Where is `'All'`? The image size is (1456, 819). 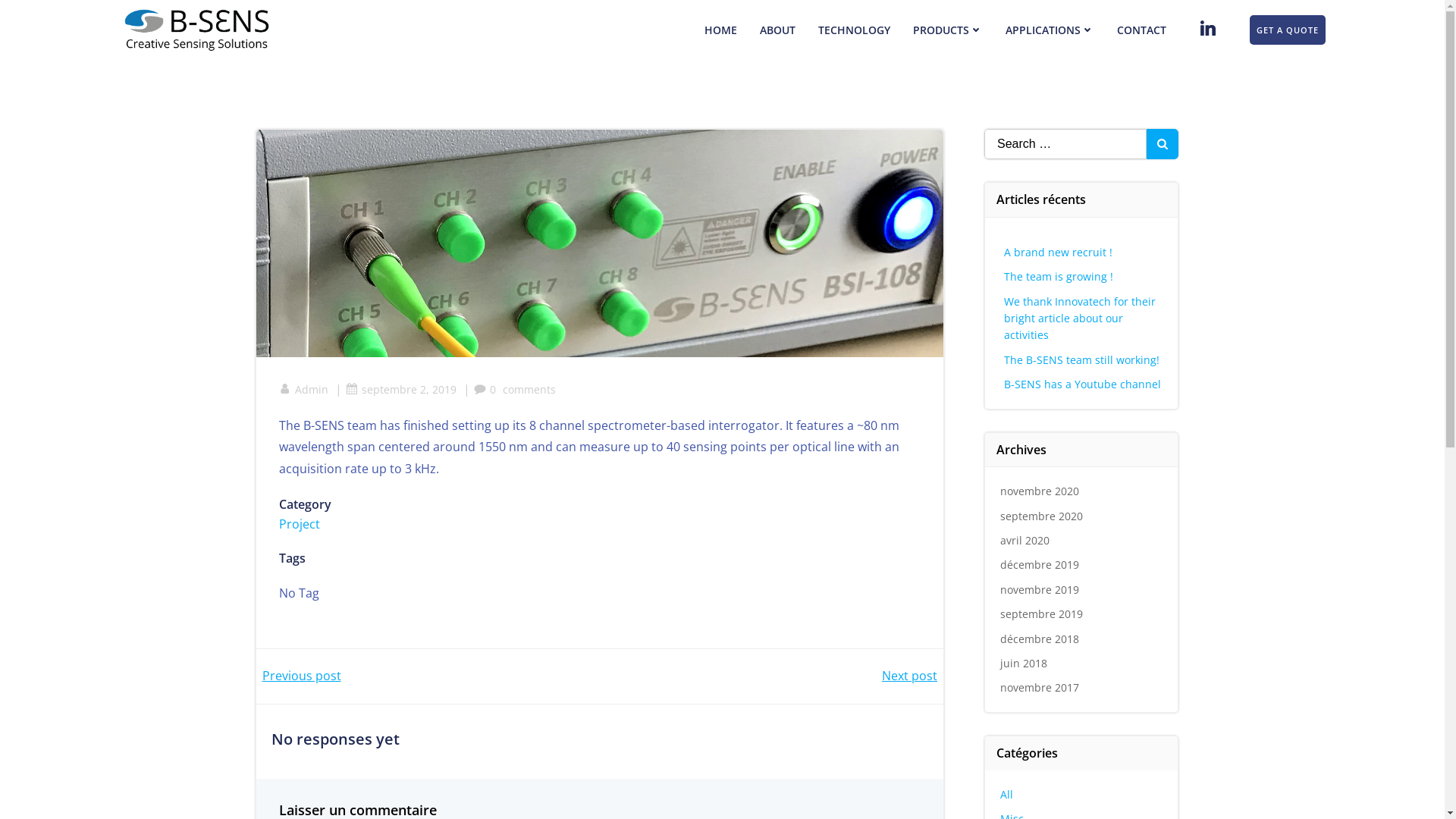
'All' is located at coordinates (1006, 793).